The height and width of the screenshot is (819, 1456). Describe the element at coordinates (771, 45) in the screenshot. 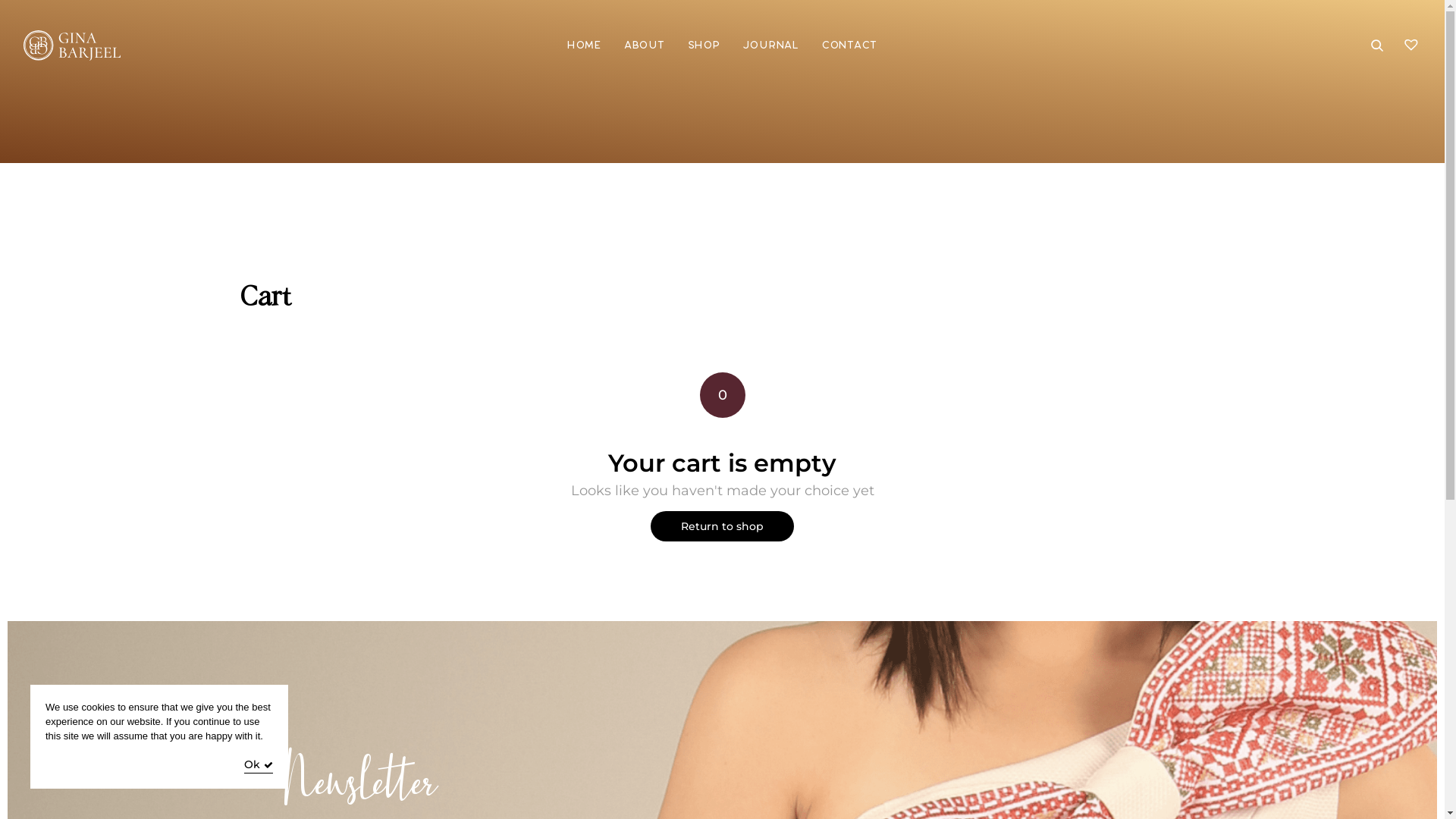

I see `'Journal'` at that location.